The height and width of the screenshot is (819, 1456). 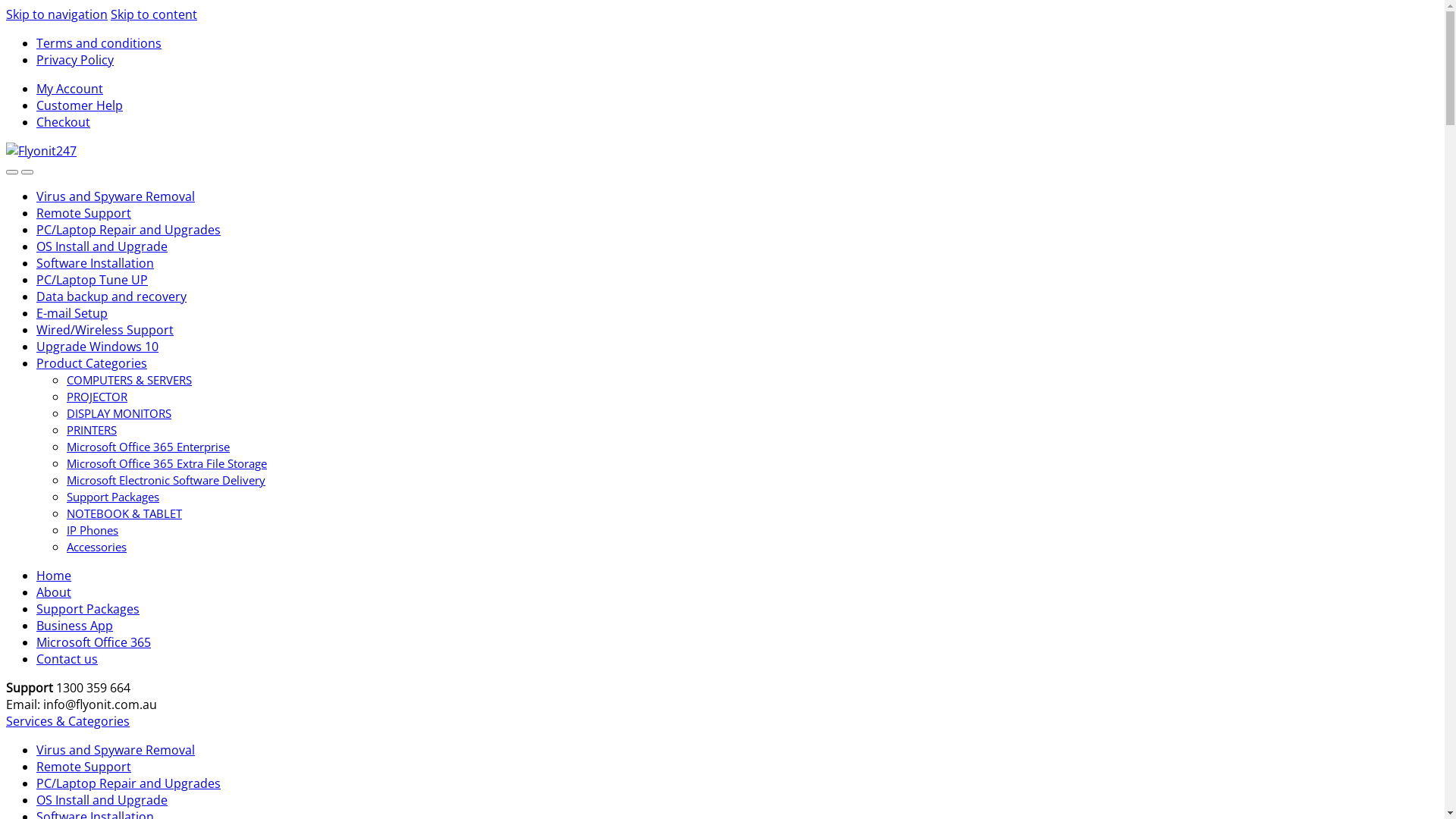 What do you see at coordinates (71, 312) in the screenshot?
I see `'E-mail Setup'` at bounding box center [71, 312].